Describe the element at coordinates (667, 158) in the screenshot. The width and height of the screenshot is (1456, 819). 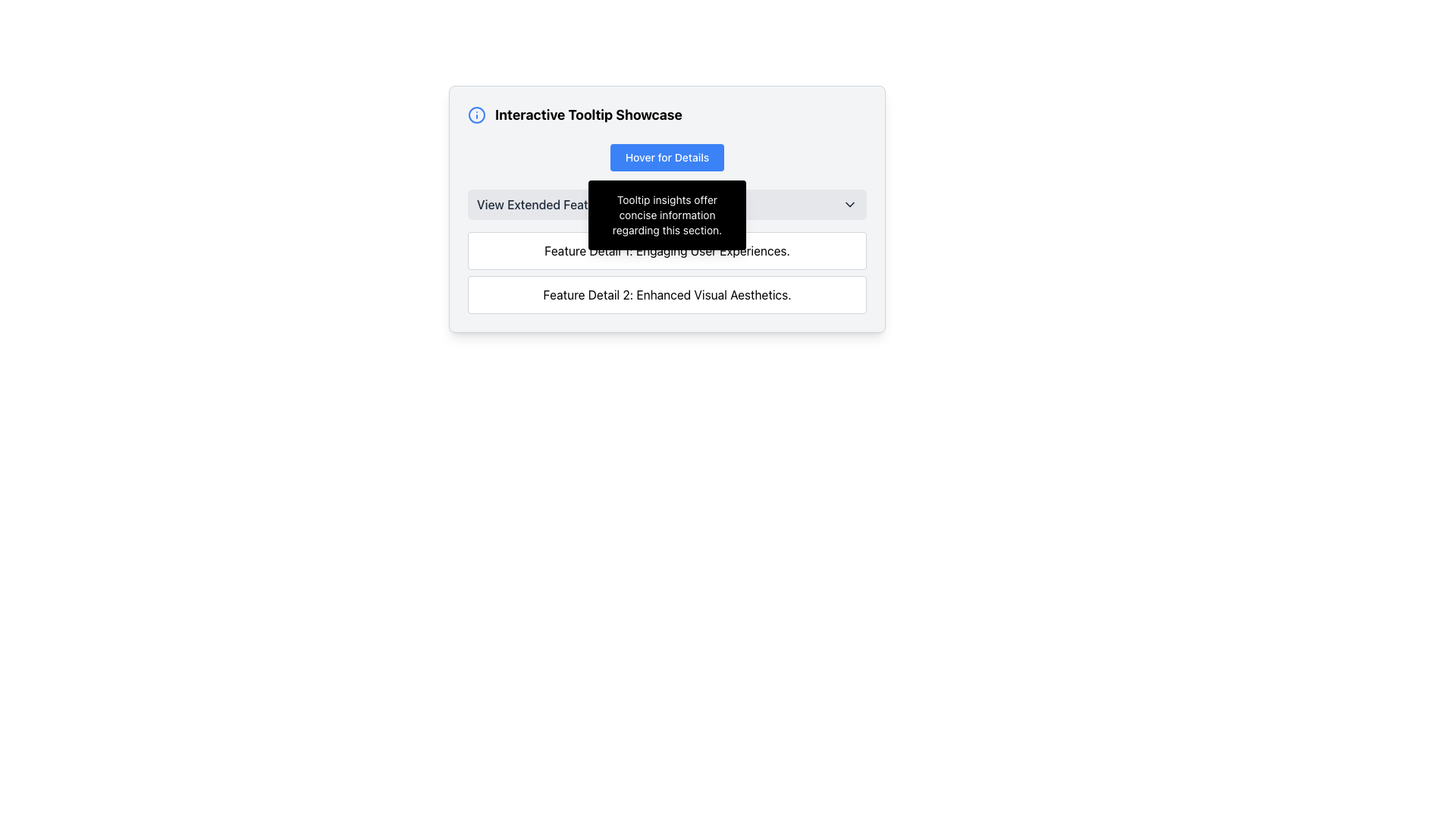
I see `the 'Hover for Details' button, which has a blue background and white text, located in the 'Interactive Tooltip Showcase' panel` at that location.